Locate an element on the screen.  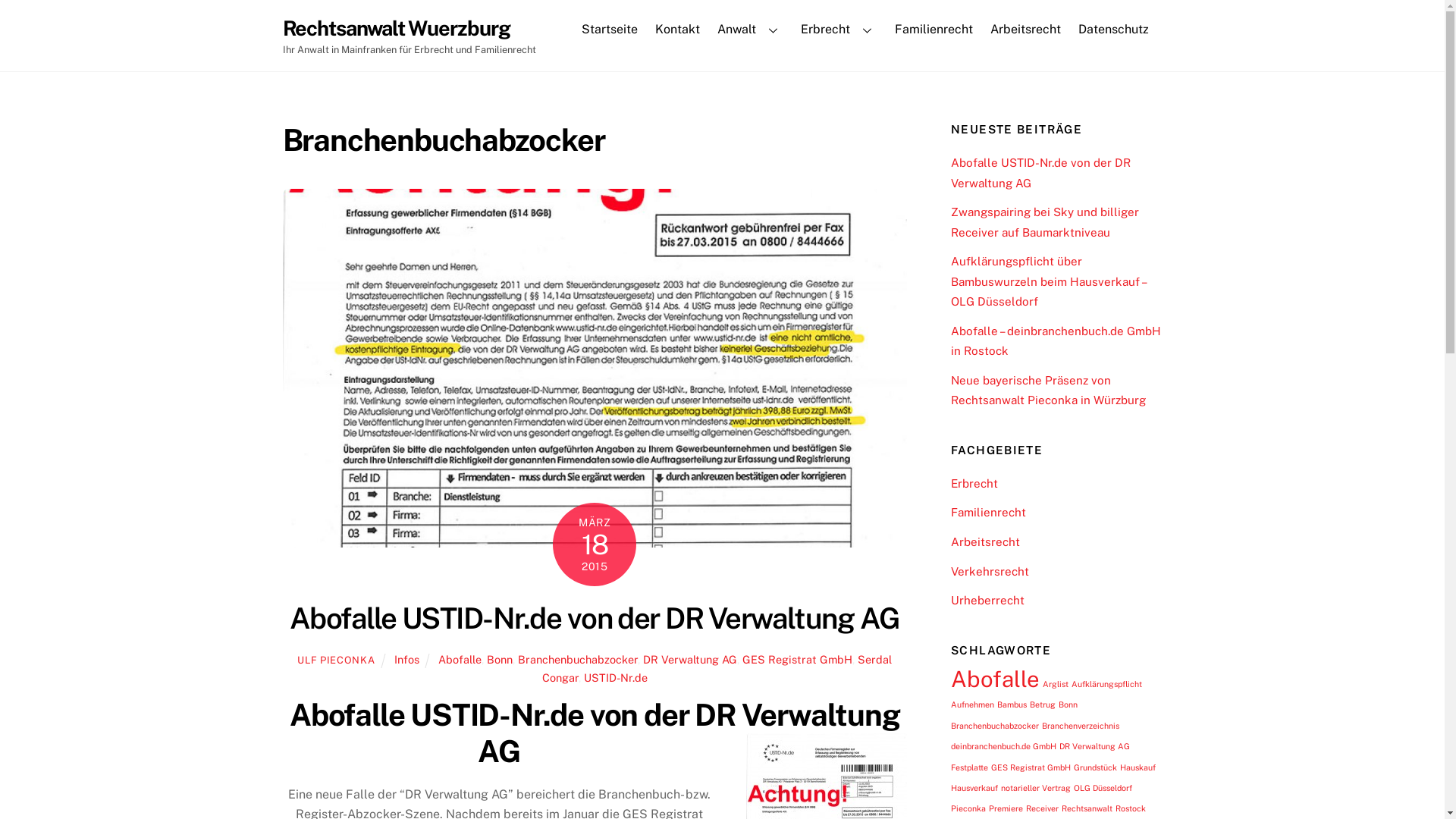
'Kontakt' is located at coordinates (676, 29).